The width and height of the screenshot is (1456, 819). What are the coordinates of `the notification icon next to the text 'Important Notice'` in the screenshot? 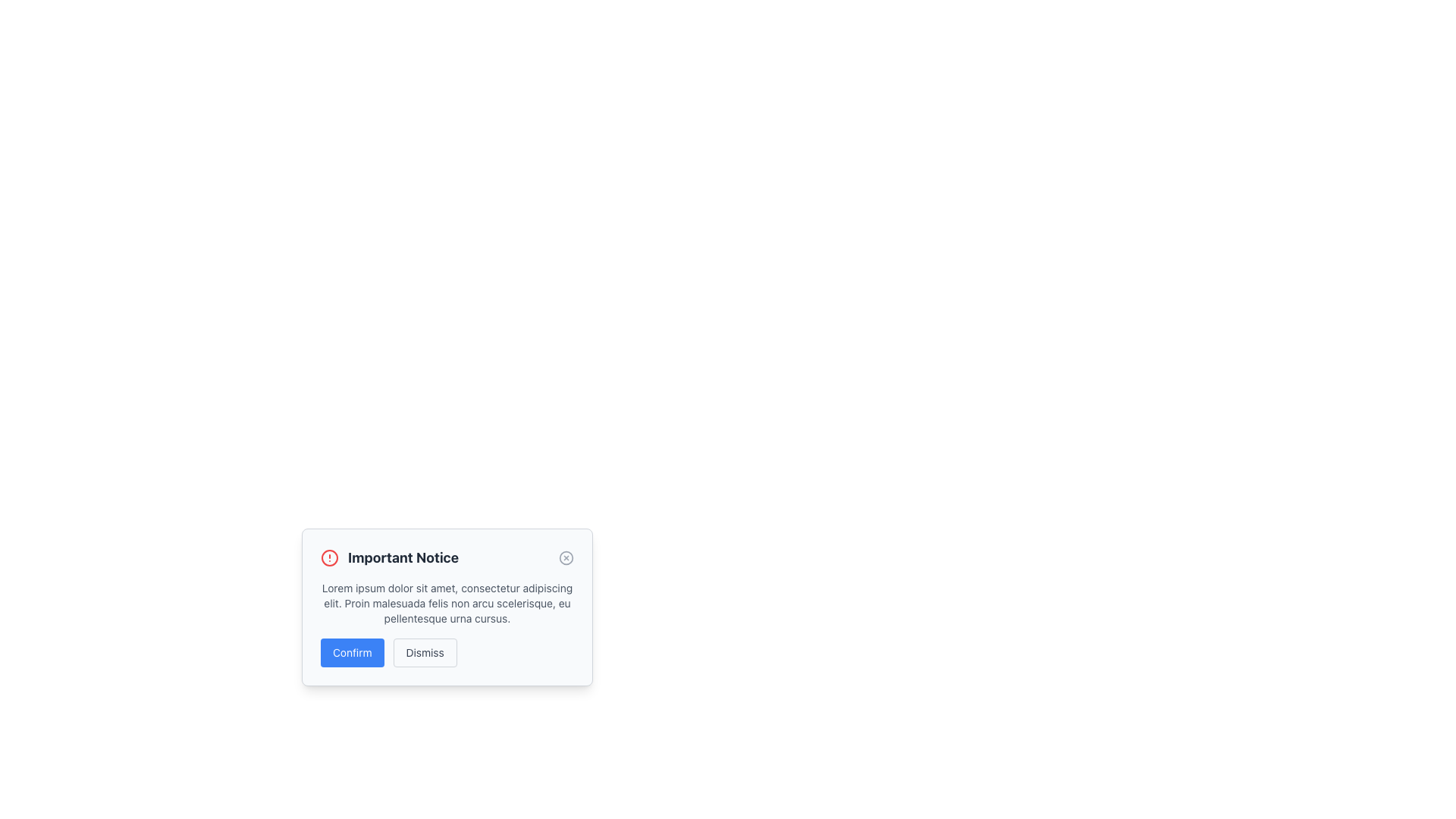 It's located at (329, 558).